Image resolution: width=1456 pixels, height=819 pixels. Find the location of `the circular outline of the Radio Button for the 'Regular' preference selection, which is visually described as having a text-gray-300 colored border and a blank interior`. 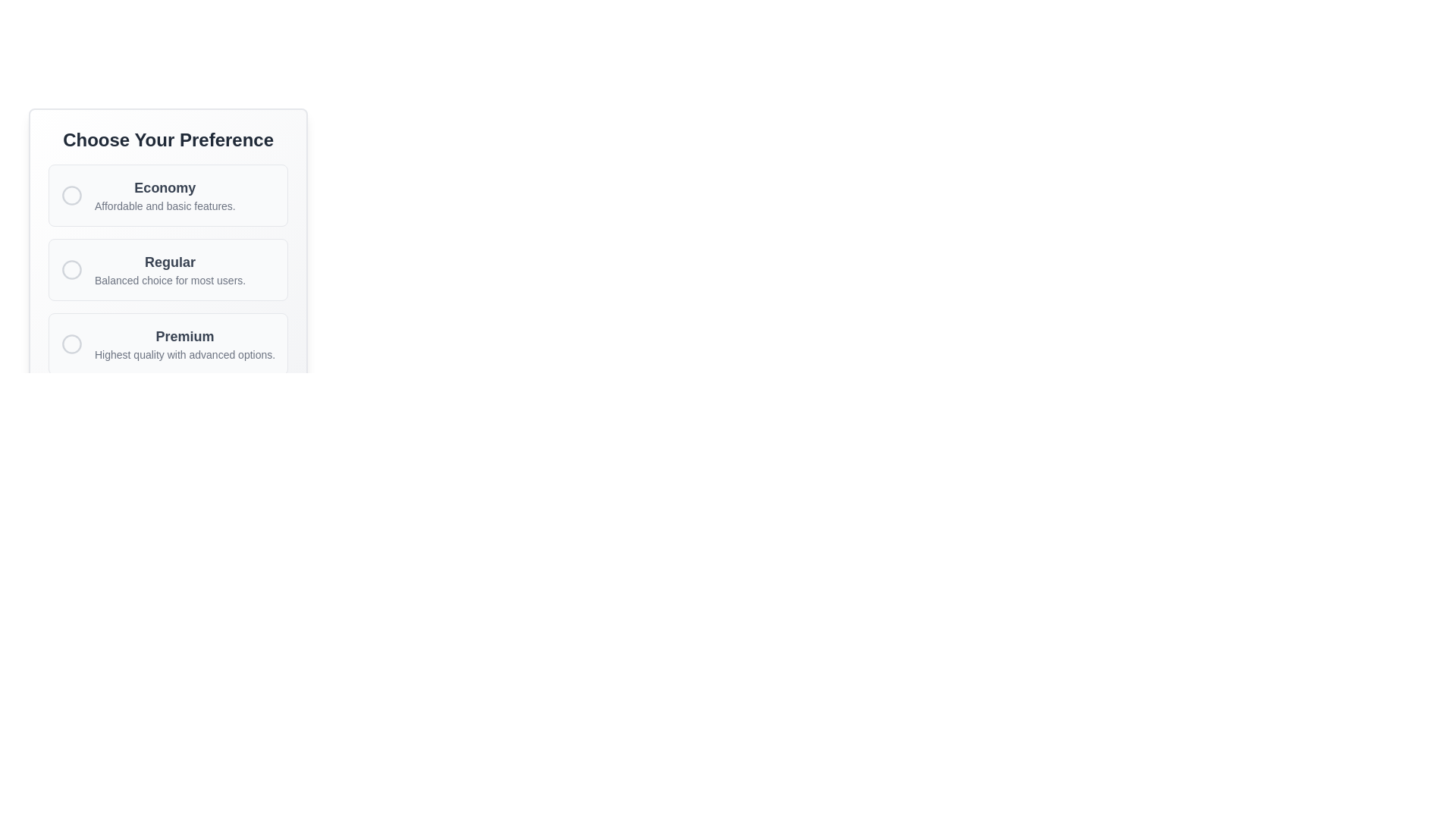

the circular outline of the Radio Button for the 'Regular' preference selection, which is visually described as having a text-gray-300 colored border and a blank interior is located at coordinates (71, 268).